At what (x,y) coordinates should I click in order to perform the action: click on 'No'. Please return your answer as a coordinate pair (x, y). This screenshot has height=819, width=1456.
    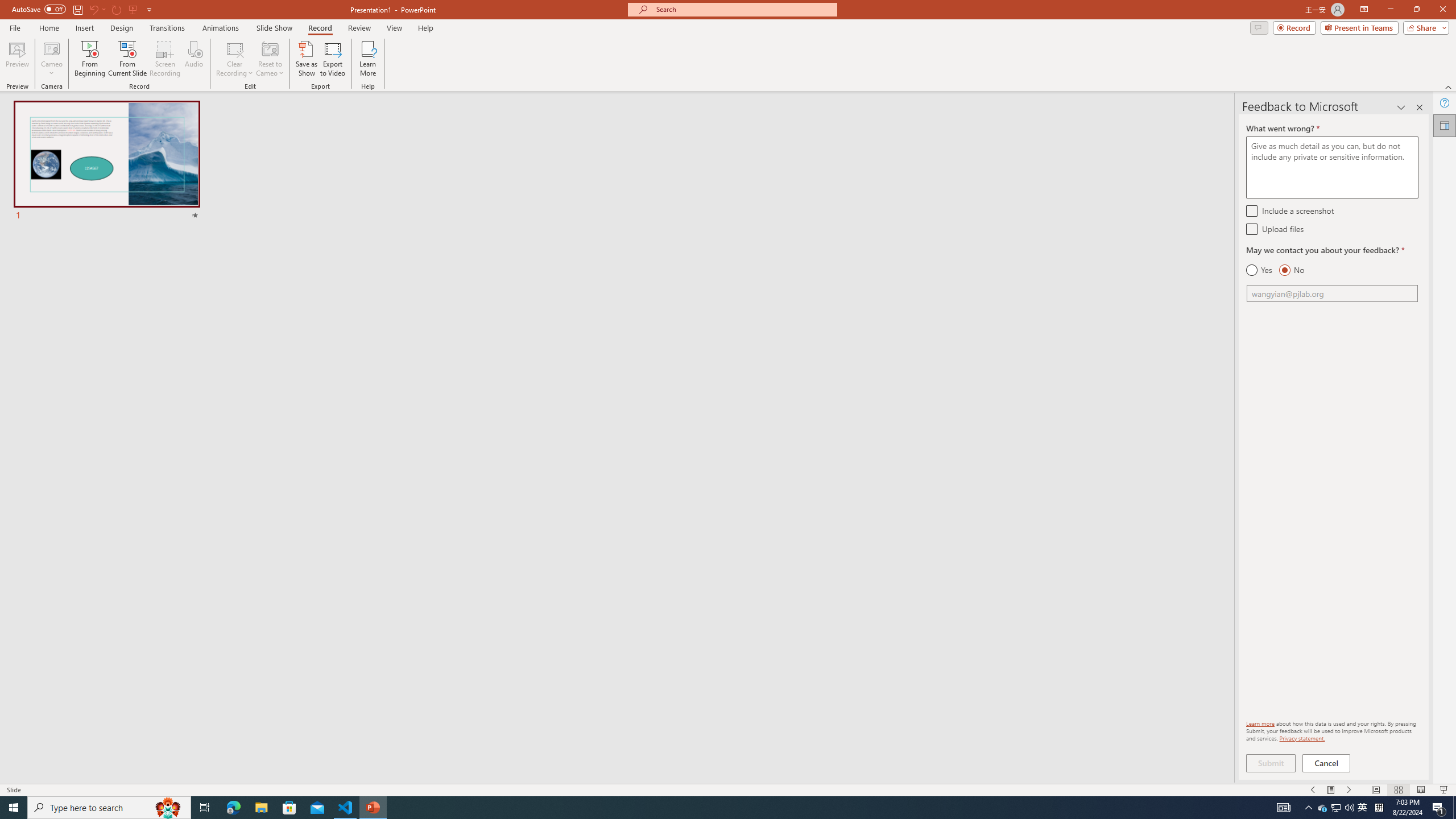
    Looking at the image, I should click on (1291, 270).